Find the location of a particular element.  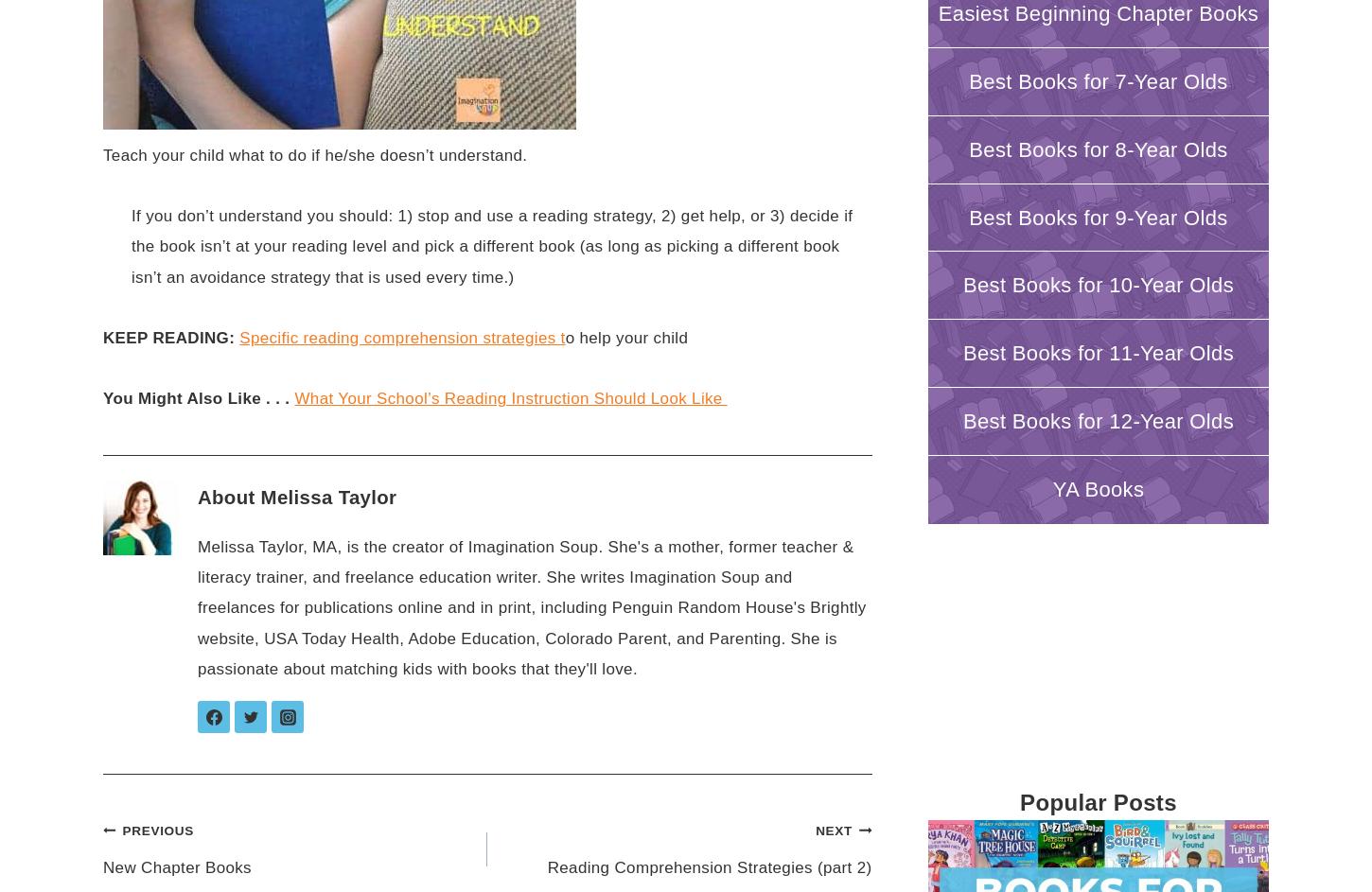

'Popular Posts' is located at coordinates (1097, 801).